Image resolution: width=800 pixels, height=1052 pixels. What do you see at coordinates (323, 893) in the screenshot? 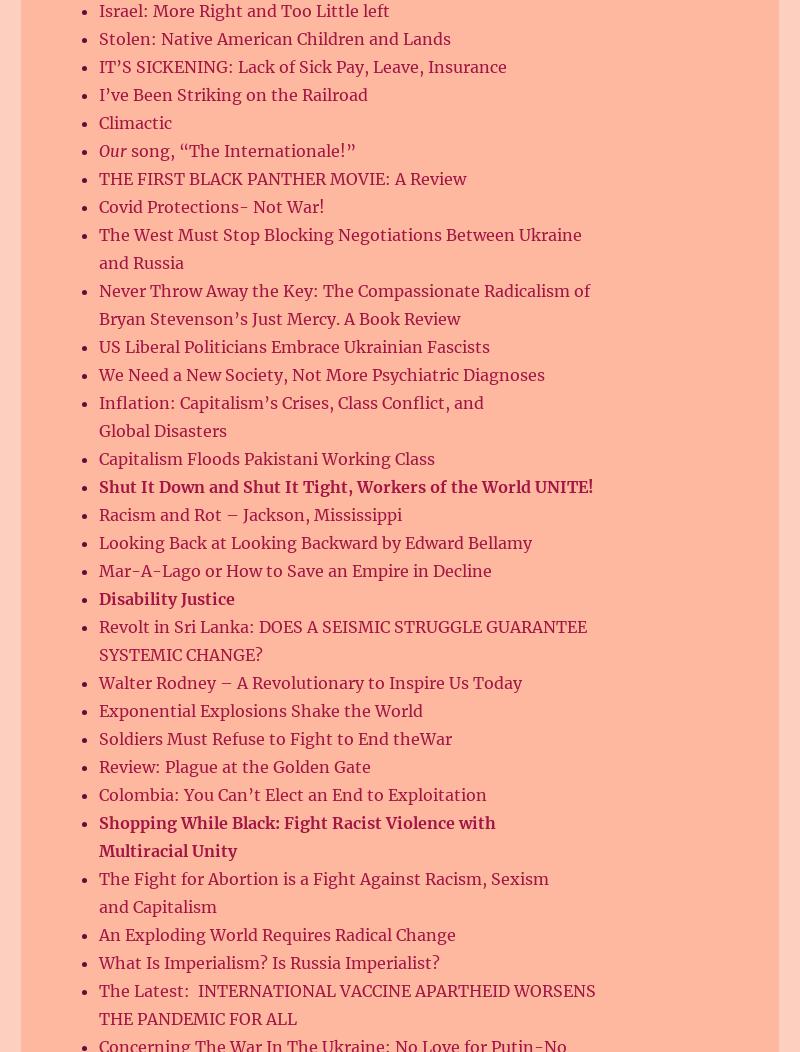
I see `'The Fight for Abortion is a Fight Against Racism, Sexism and Capitalism'` at bounding box center [323, 893].